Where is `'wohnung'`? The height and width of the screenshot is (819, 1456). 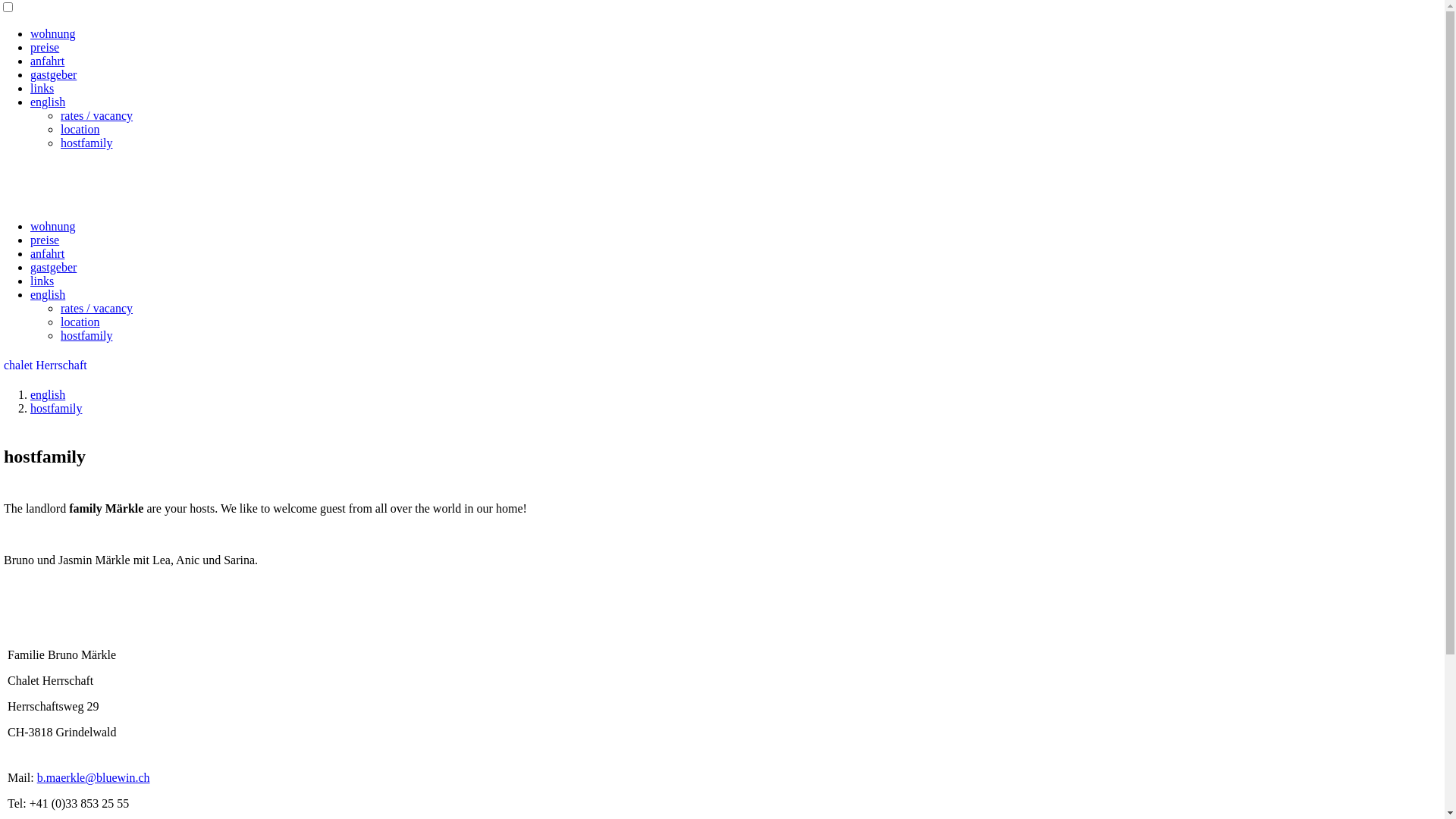 'wohnung' is located at coordinates (53, 226).